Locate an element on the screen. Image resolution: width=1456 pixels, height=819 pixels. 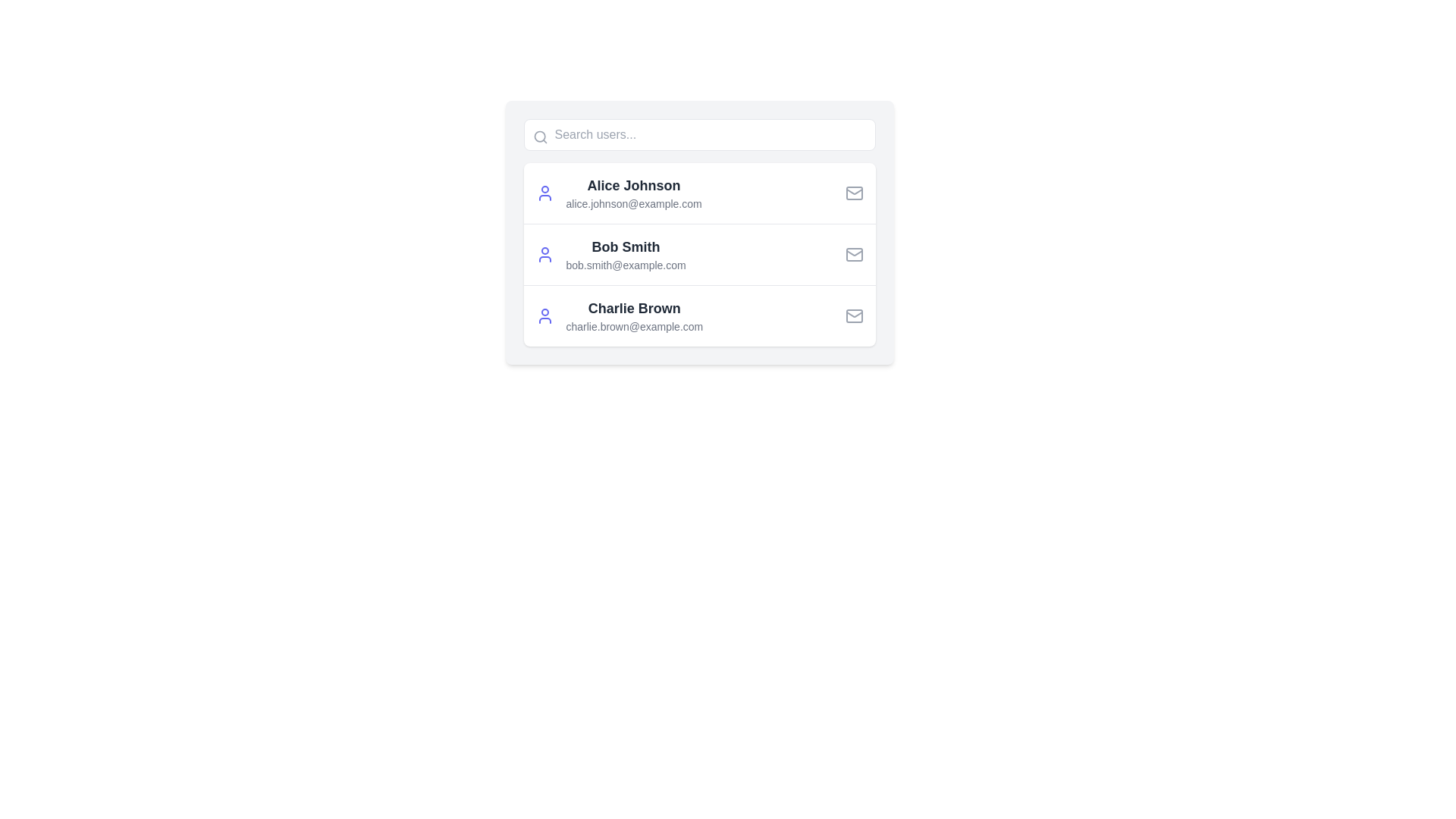
the mail icon, which is a small gray envelope located in the upper-right corner of the row containing 'Bob Smith' and 'bob.smith@example.com' is located at coordinates (854, 253).